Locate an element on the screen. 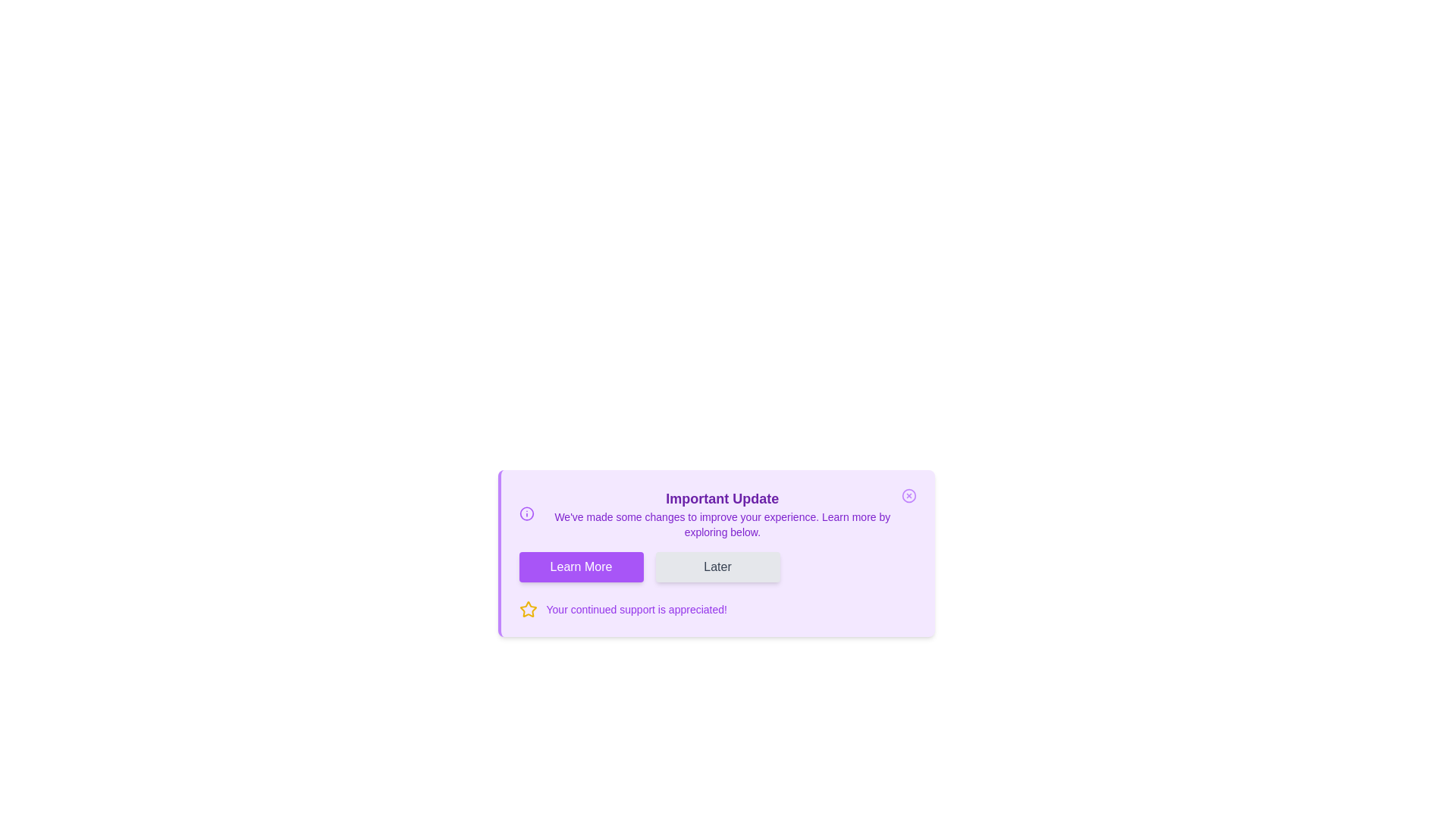  the Later button to observe its hover effect is located at coordinates (717, 567).